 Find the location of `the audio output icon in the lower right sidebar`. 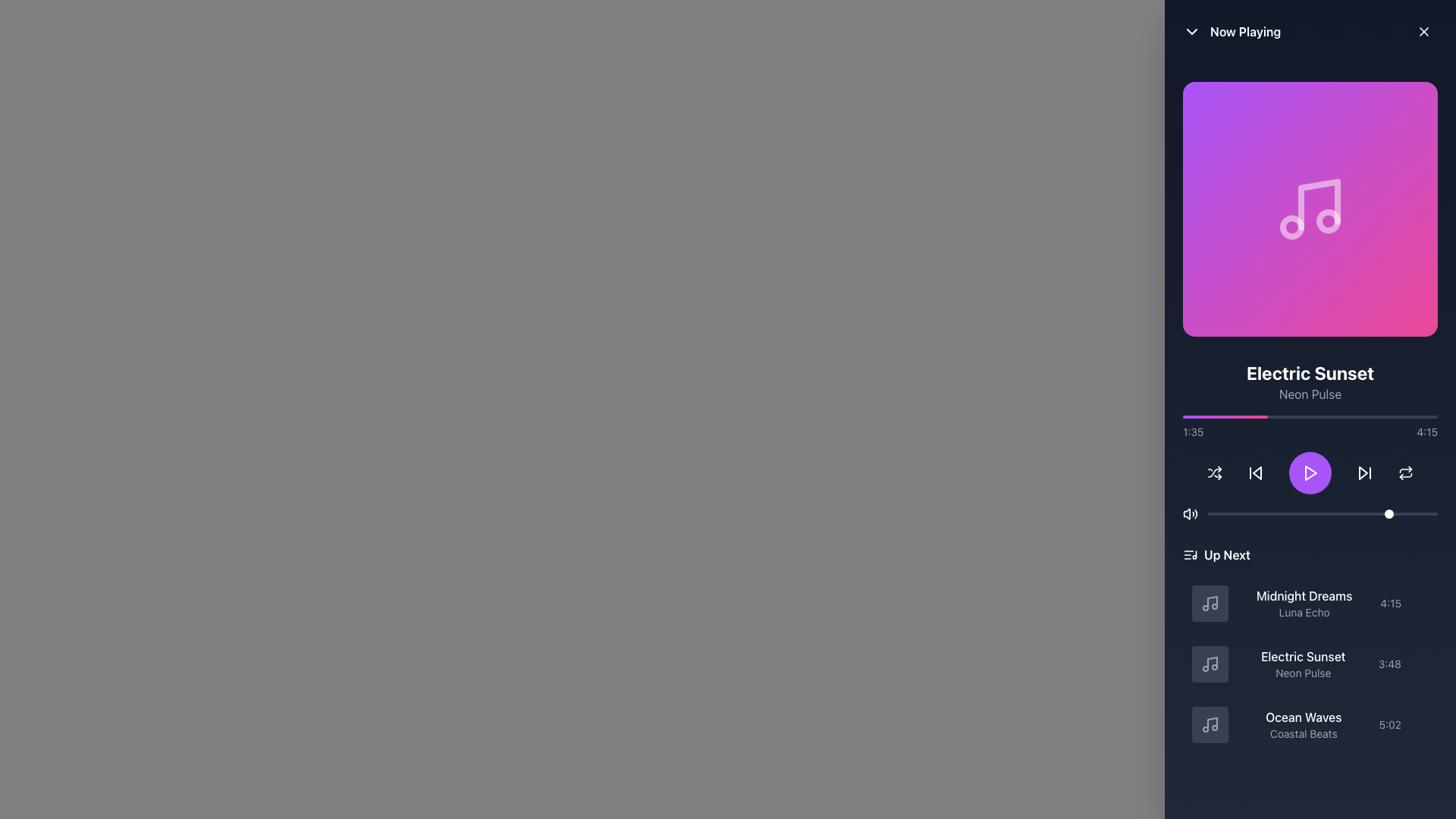

the audio output icon in the lower right sidebar is located at coordinates (1186, 513).